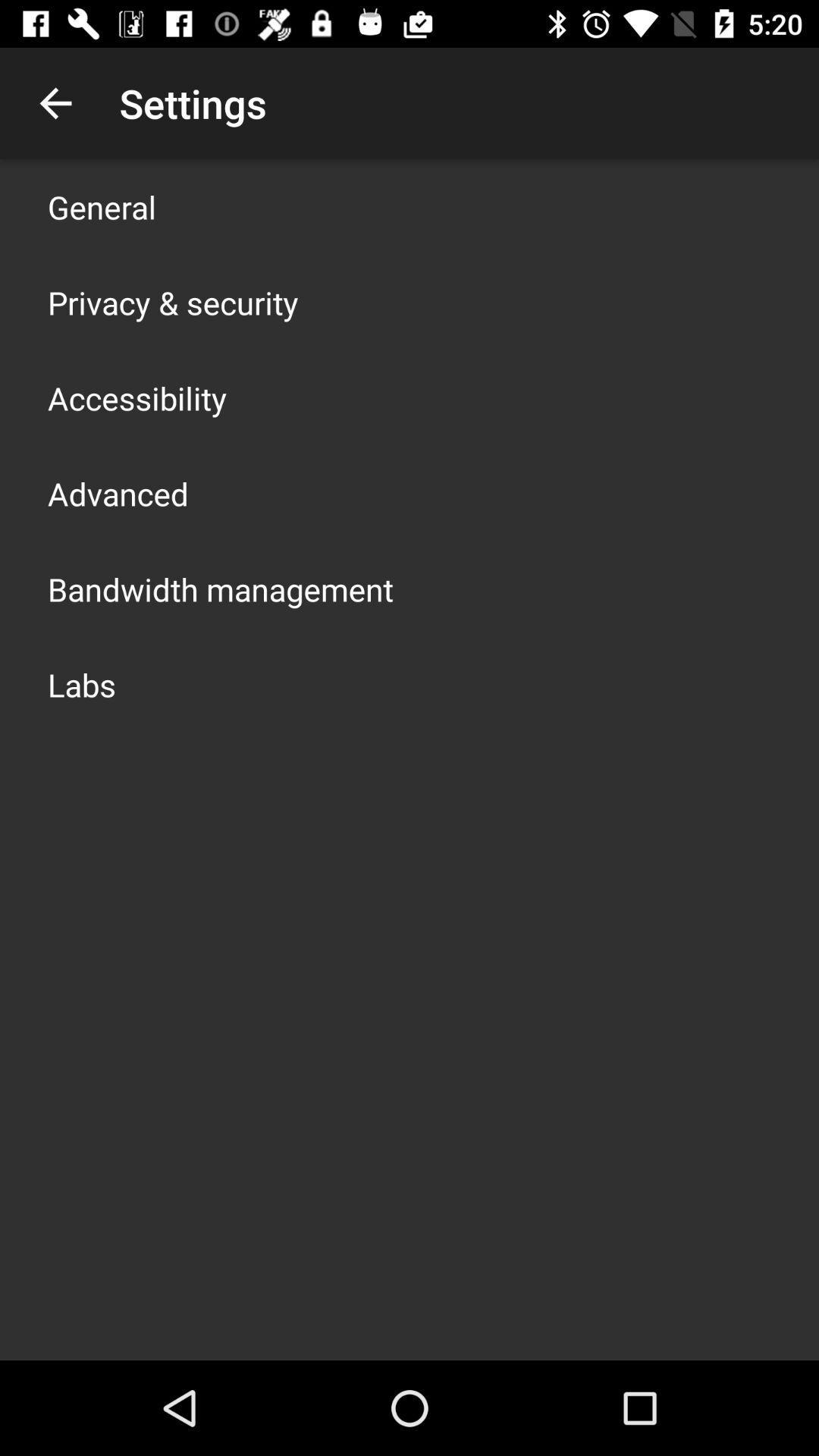 The width and height of the screenshot is (819, 1456). What do you see at coordinates (172, 302) in the screenshot?
I see `the privacy & security icon` at bounding box center [172, 302].